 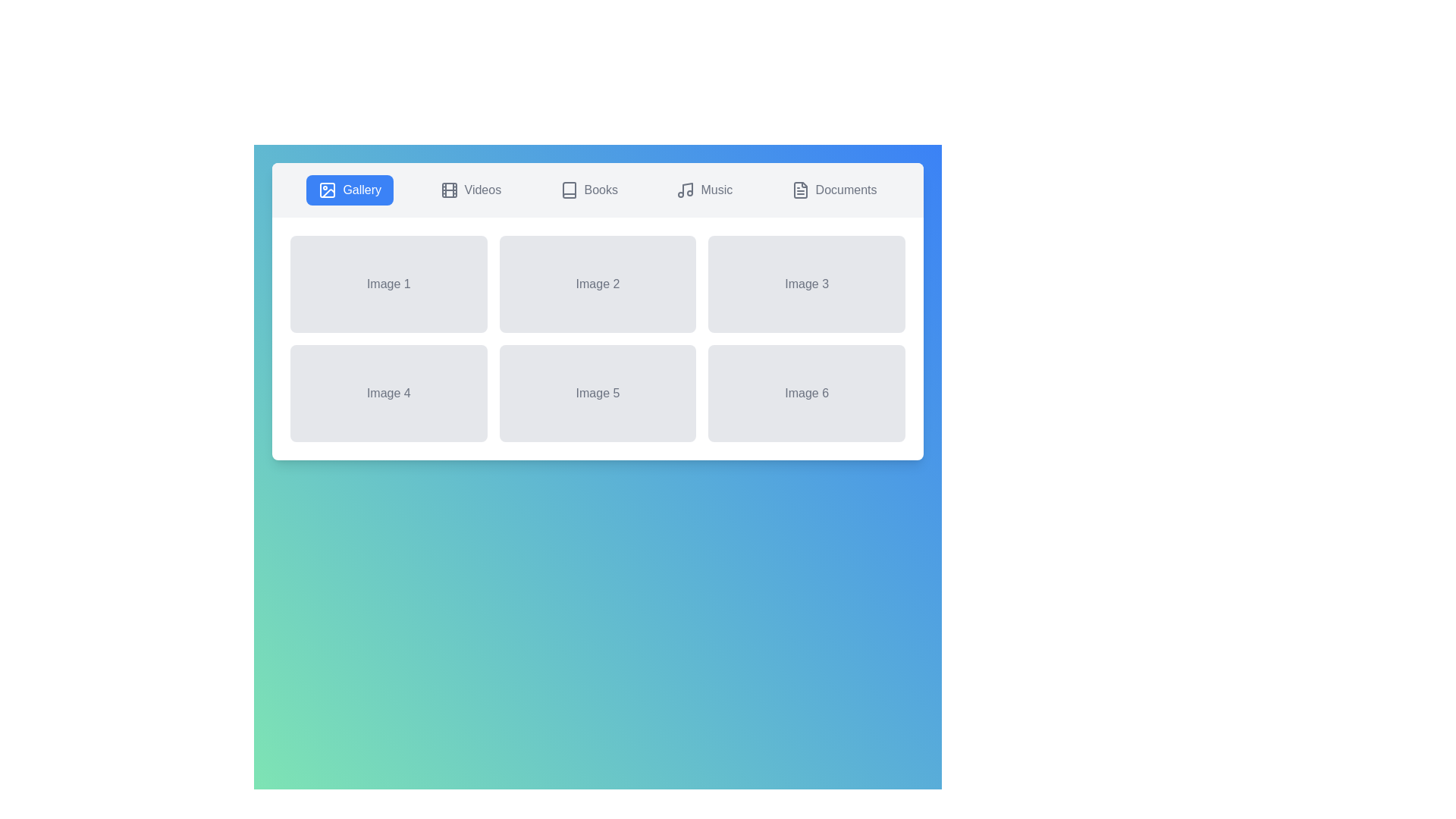 I want to click on the 'Books' button in the navigation bar to change its appearance, so click(x=588, y=189).